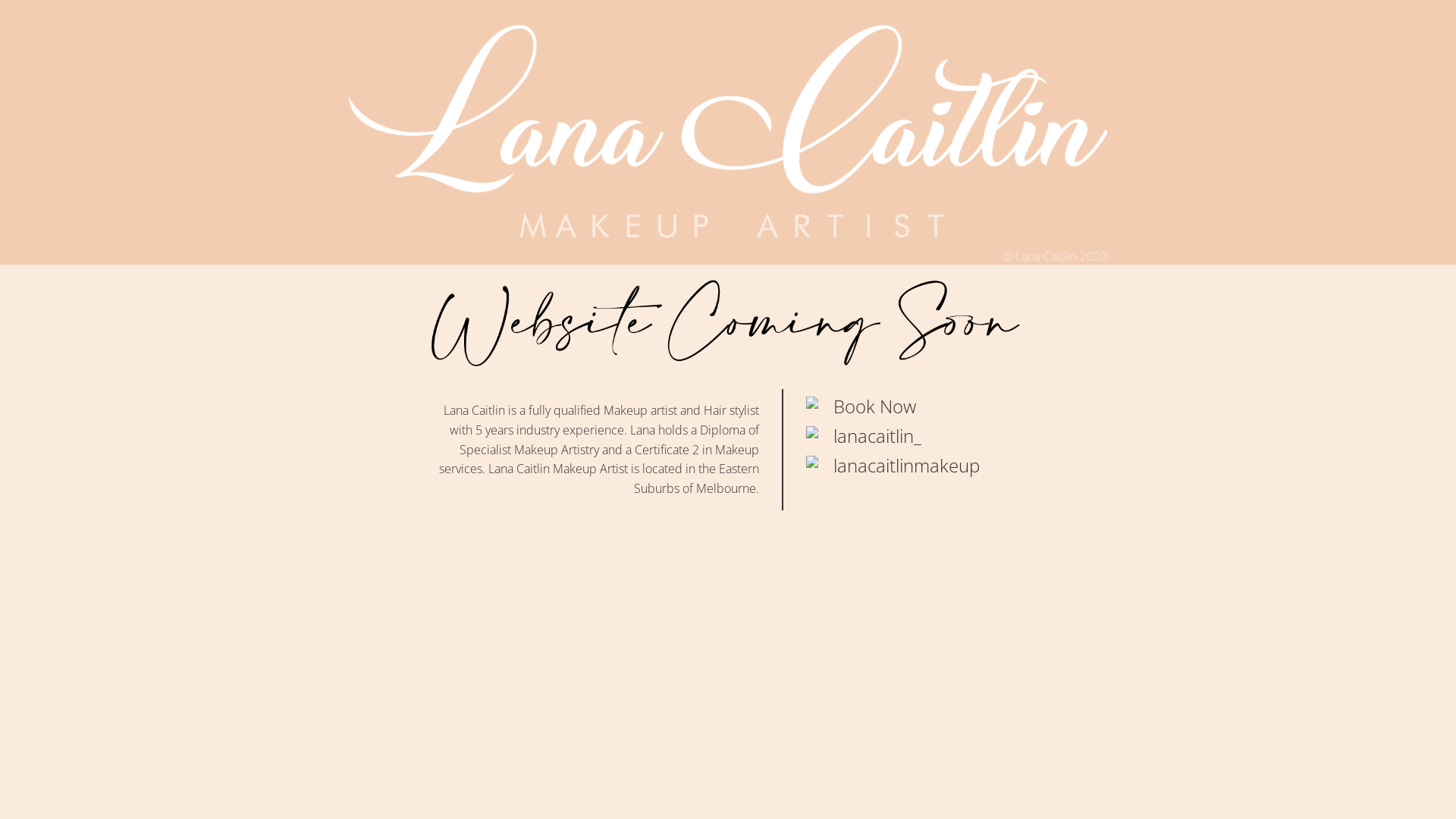 The height and width of the screenshot is (819, 1456). I want to click on 'Book Now', so click(874, 405).